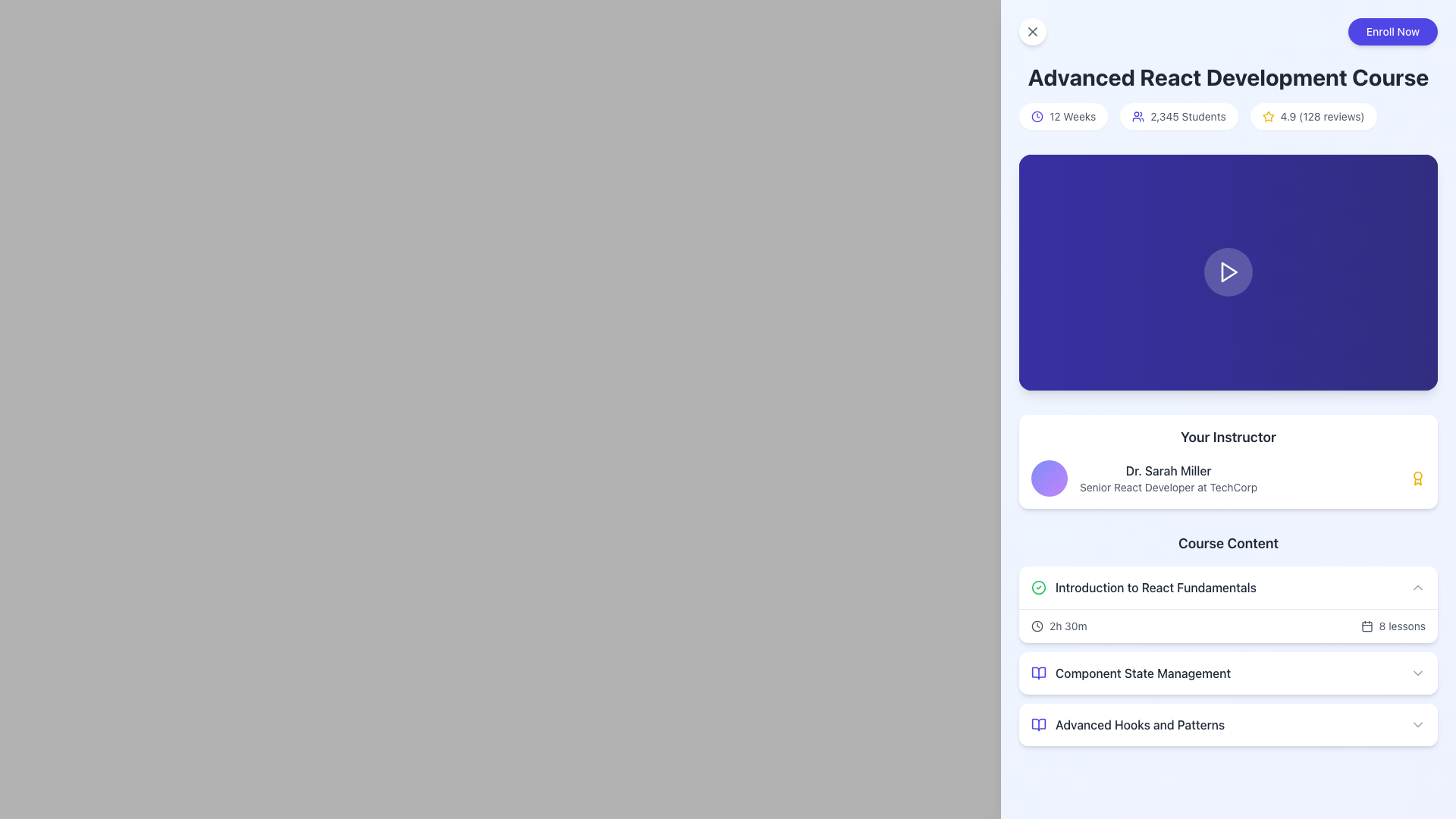 This screenshot has width=1456, height=819. What do you see at coordinates (1168, 487) in the screenshot?
I see `the static text label displaying 'Senior React Developer at TechCorp', which is the second line under 'Your Instructor' on the right side of the interface` at bounding box center [1168, 487].